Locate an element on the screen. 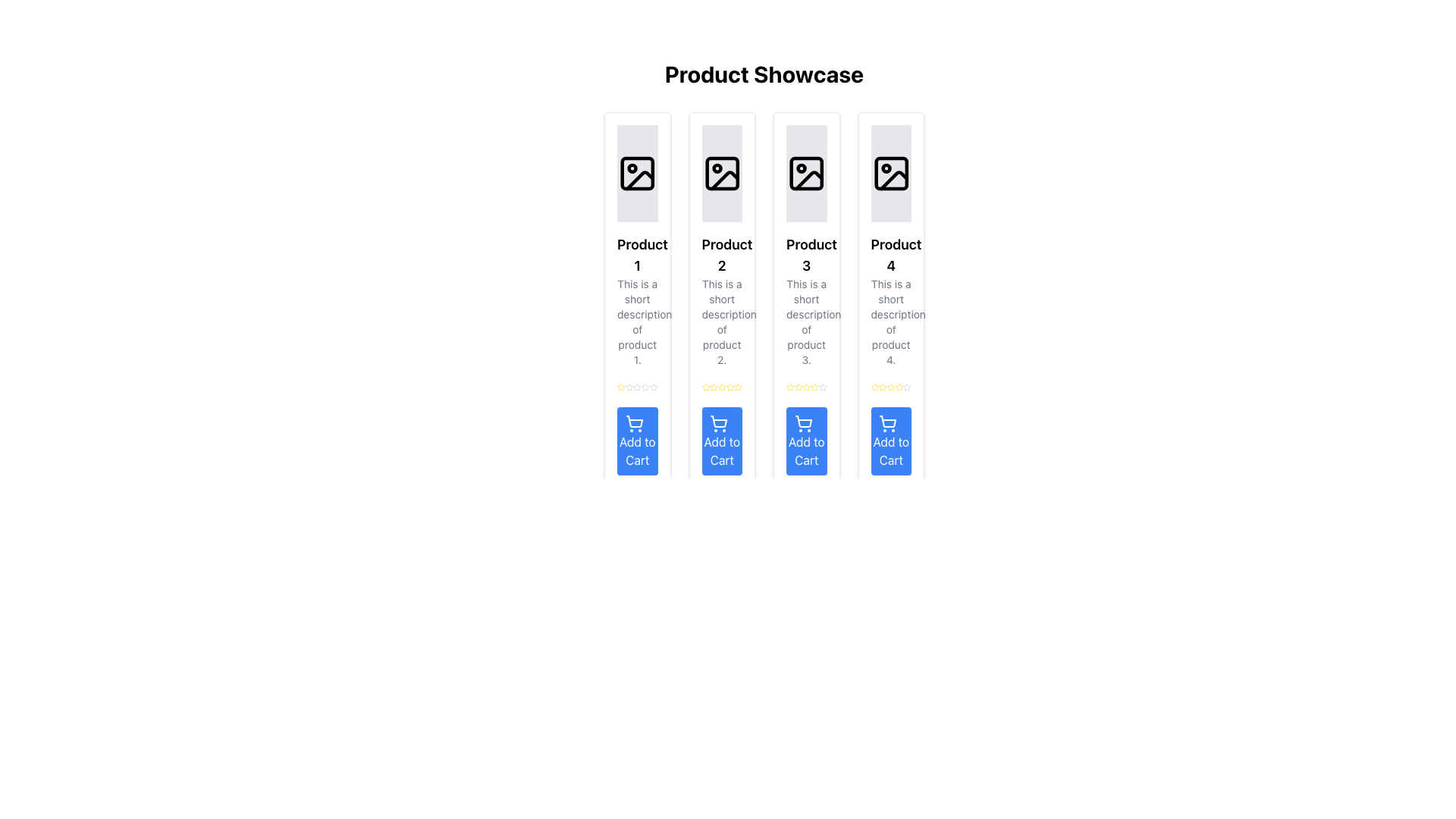 The height and width of the screenshot is (819, 1456). styling of the bold text label displaying 'Product Showcase', which is positioned at the top of the interface above the product listings is located at coordinates (764, 74).